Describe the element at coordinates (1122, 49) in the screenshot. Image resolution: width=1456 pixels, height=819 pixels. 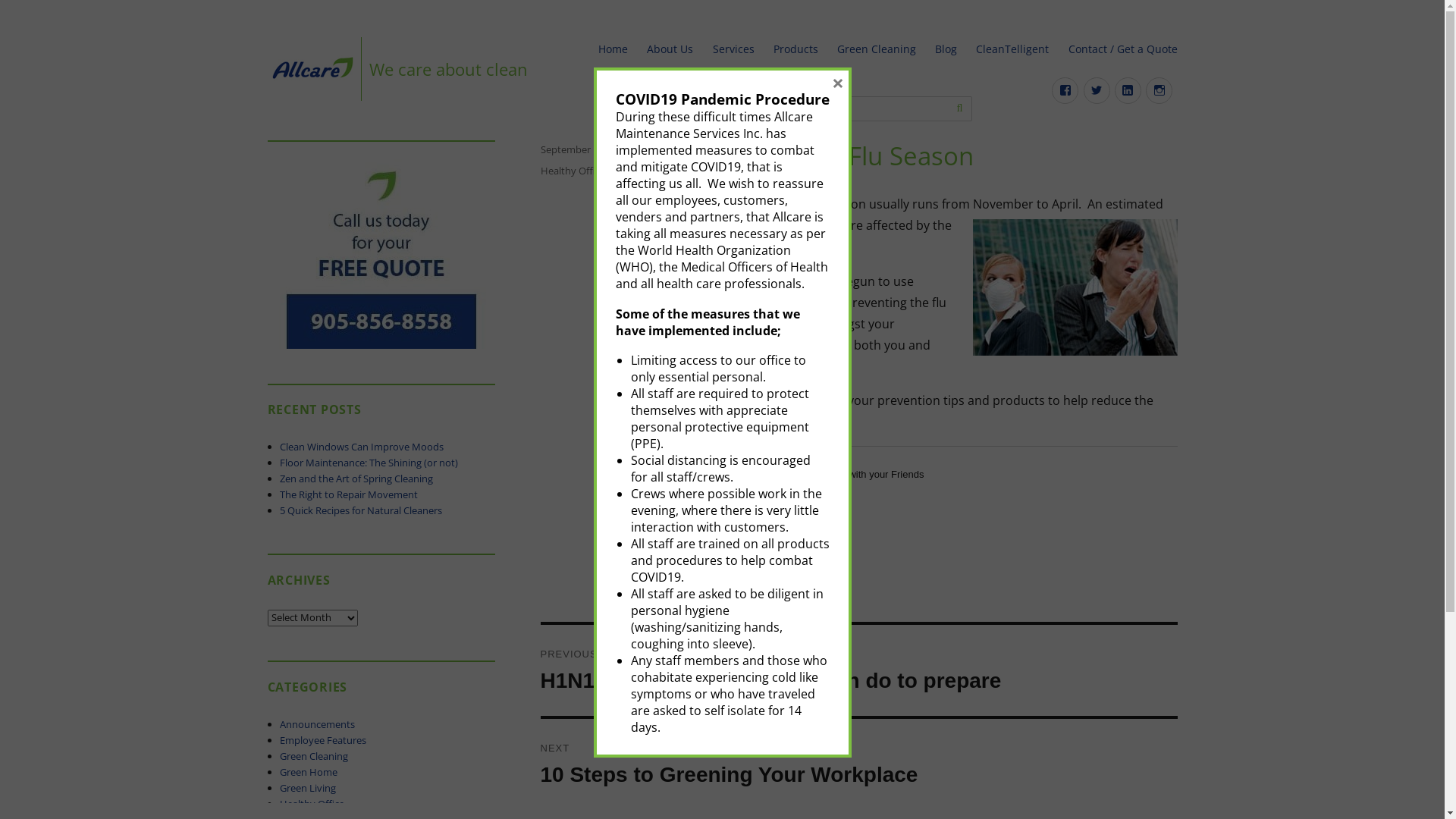
I see `'Contact / Get a Quote'` at that location.